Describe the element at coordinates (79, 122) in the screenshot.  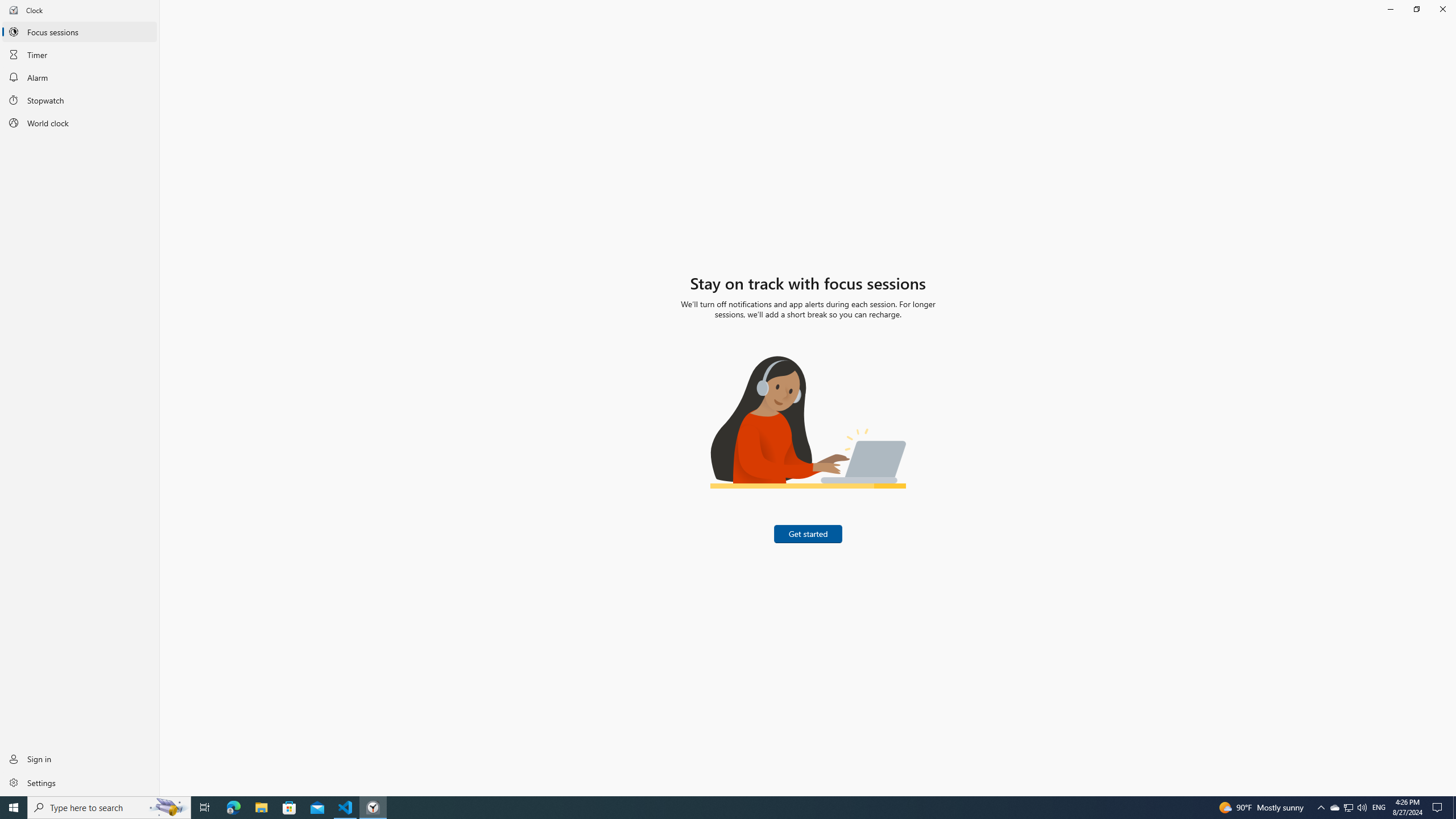
I see `'World clock'` at that location.